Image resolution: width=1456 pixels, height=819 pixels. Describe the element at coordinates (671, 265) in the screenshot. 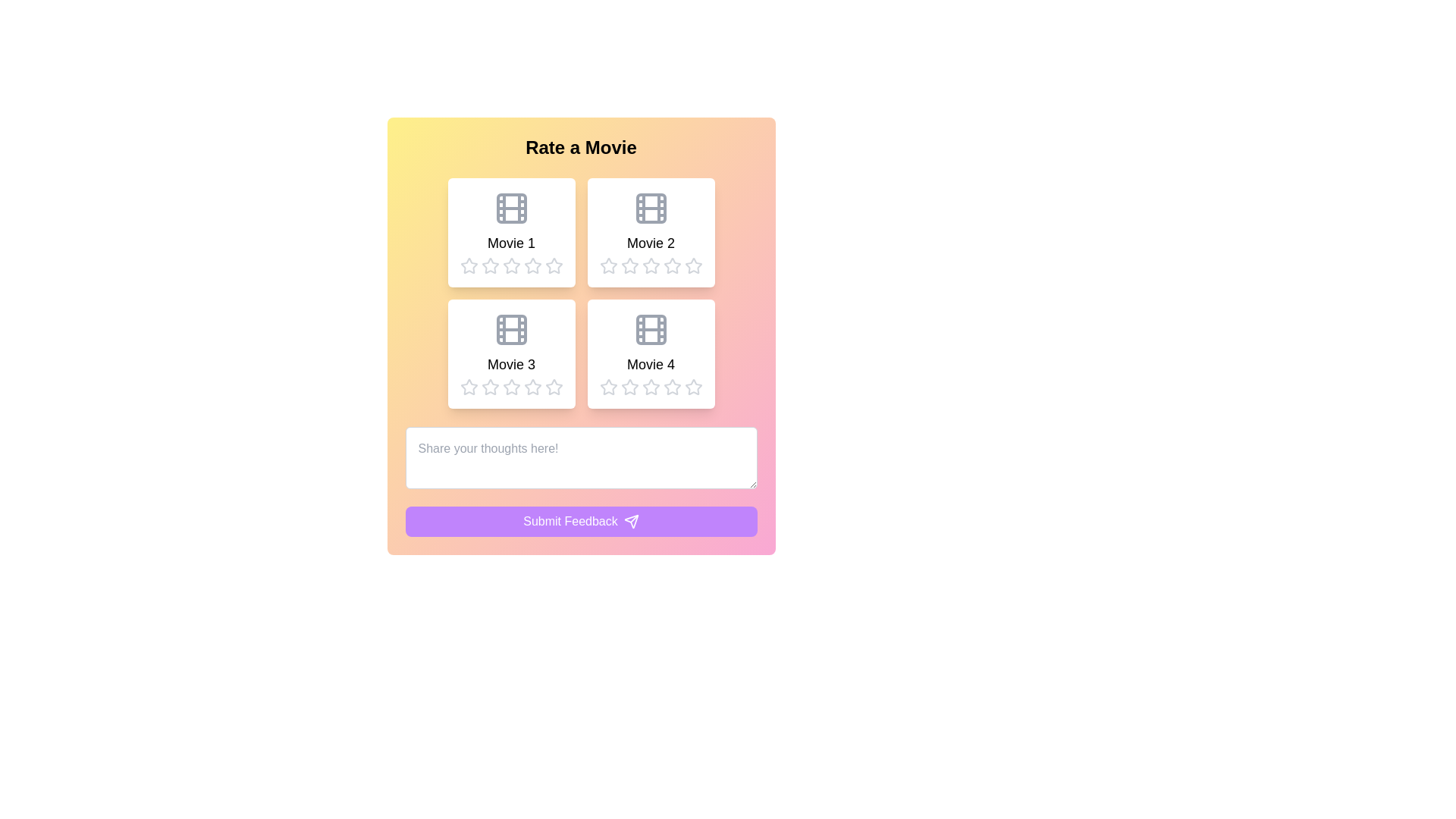

I see `the third star in the 5-star rating row under 'Movie 2'` at that location.